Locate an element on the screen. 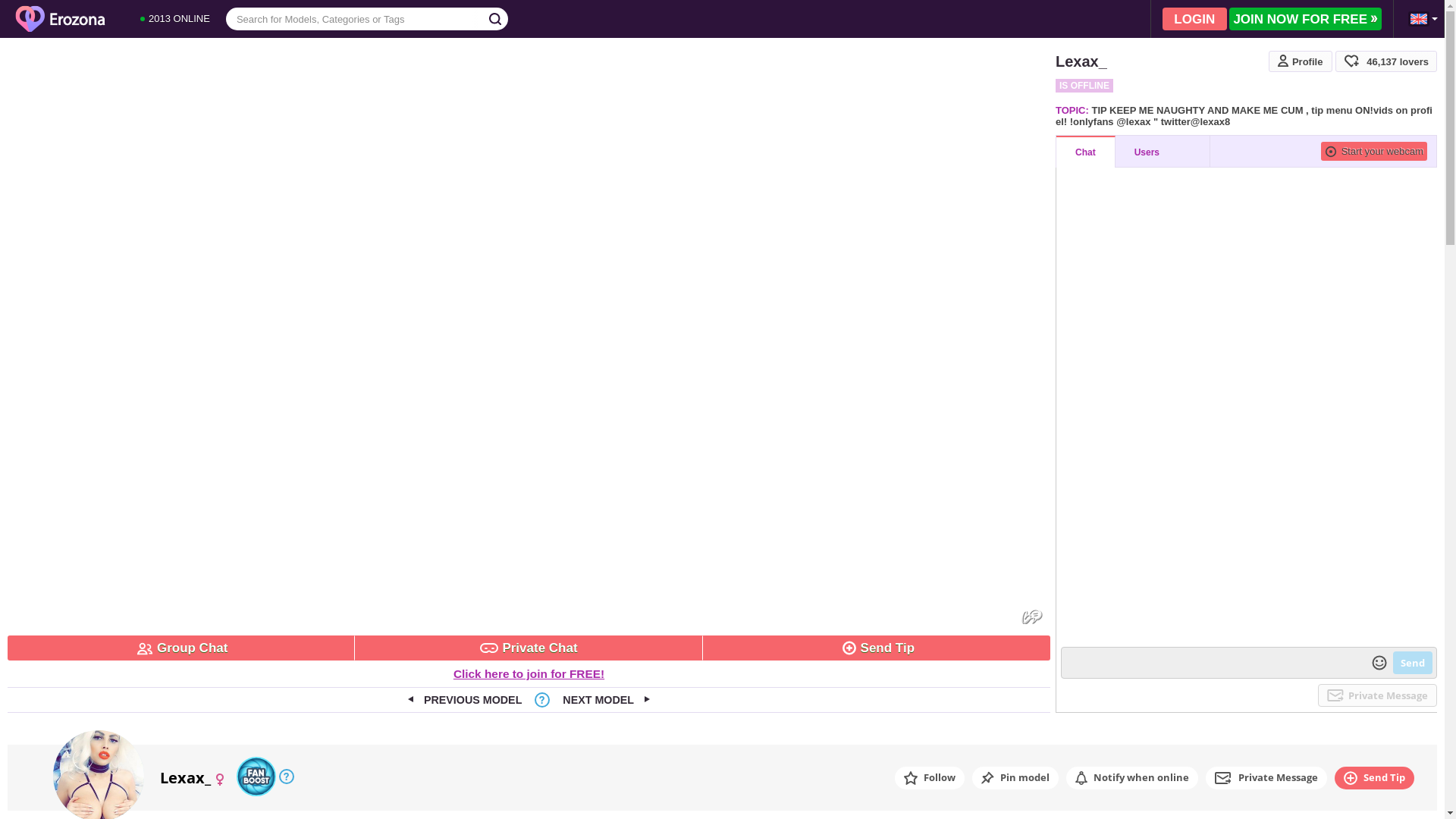 The image size is (1456, 819). 'NEXT MODEL' is located at coordinates (605, 699).